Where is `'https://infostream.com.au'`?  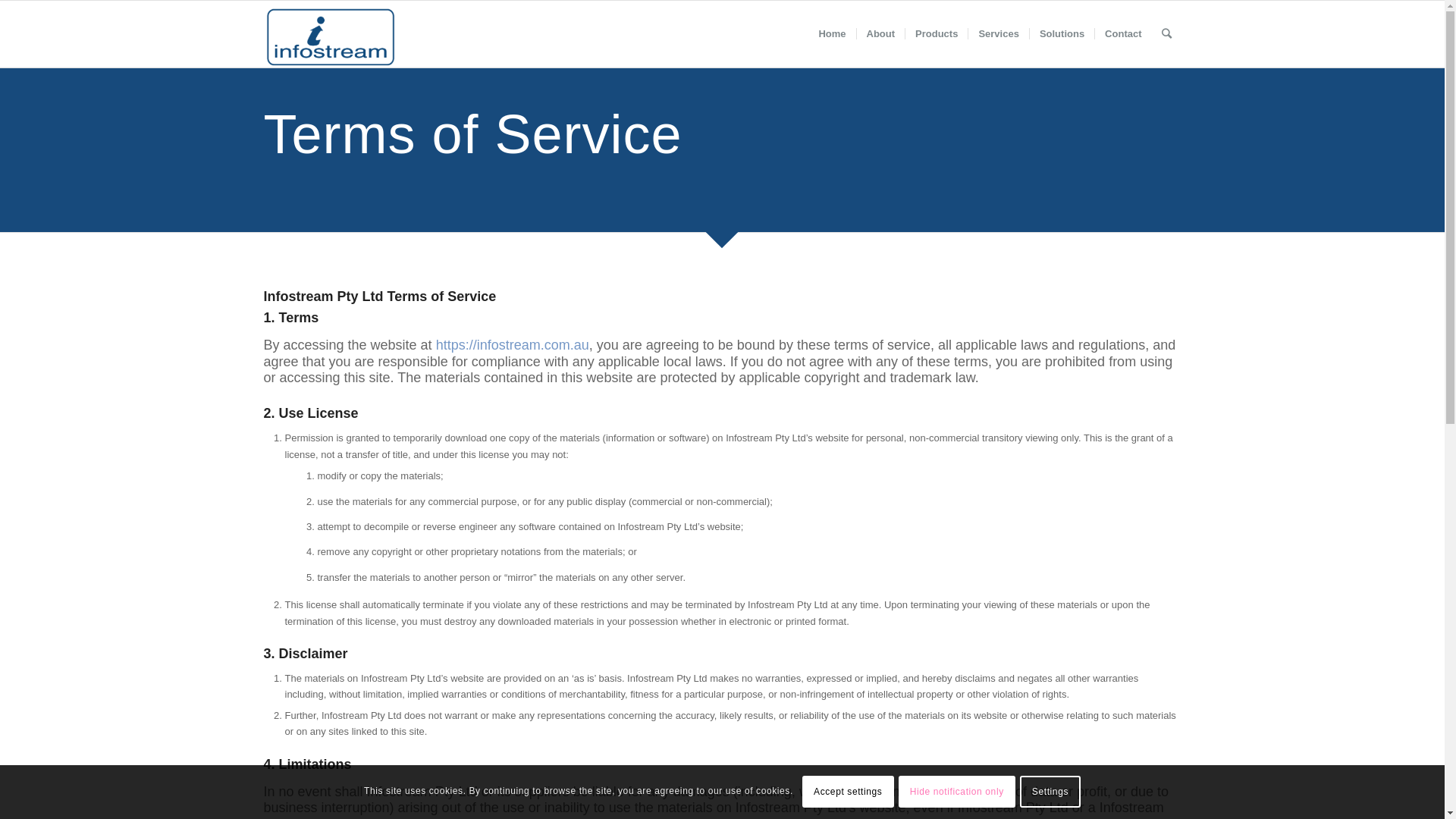
'https://infostream.com.au' is located at coordinates (513, 345).